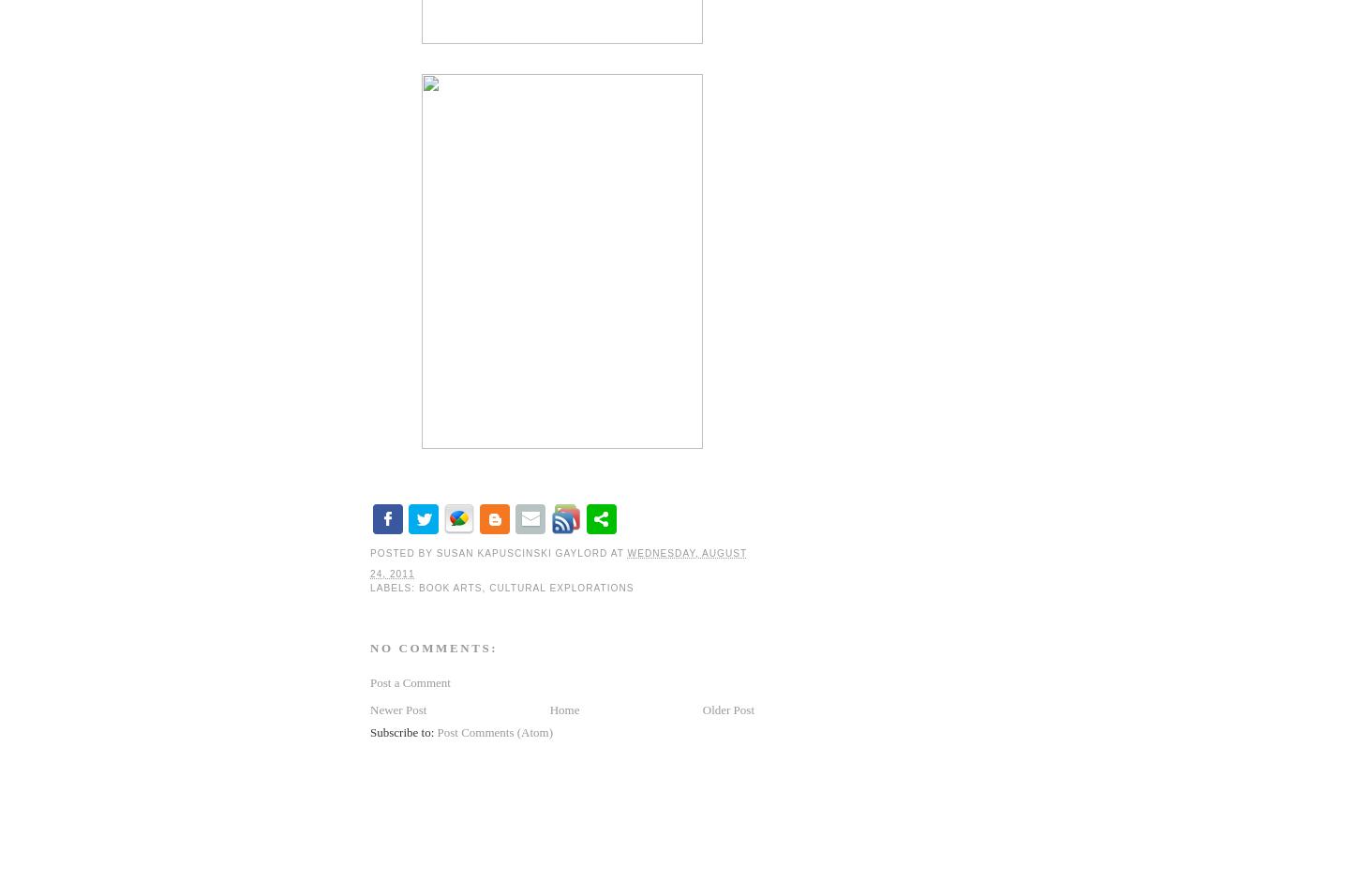 This screenshot has width=1359, height=896. What do you see at coordinates (432, 648) in the screenshot?
I see `'No comments:'` at bounding box center [432, 648].